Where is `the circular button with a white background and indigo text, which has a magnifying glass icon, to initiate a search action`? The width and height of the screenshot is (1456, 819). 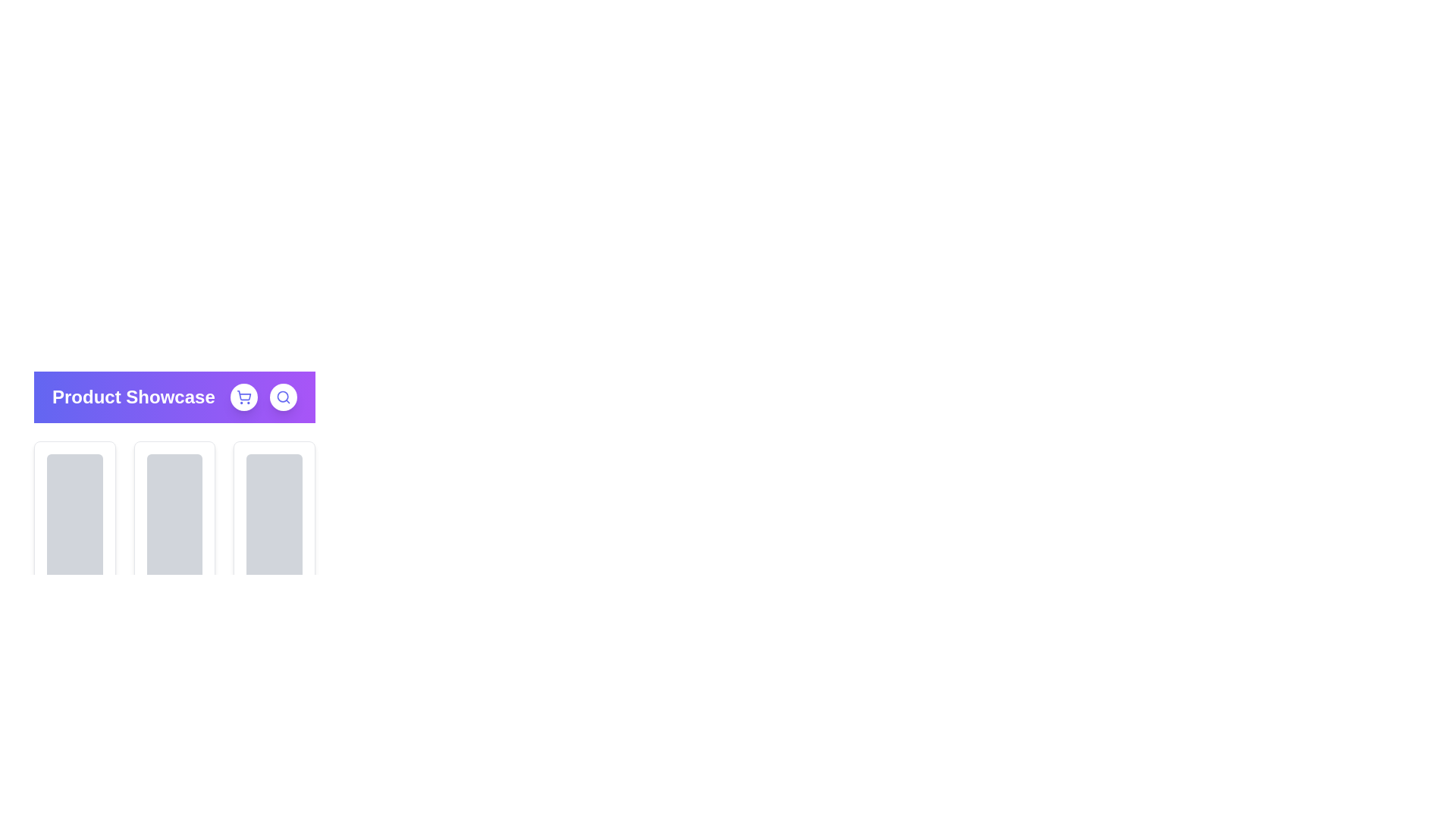
the circular button with a white background and indigo text, which has a magnifying glass icon, to initiate a search action is located at coordinates (284, 397).